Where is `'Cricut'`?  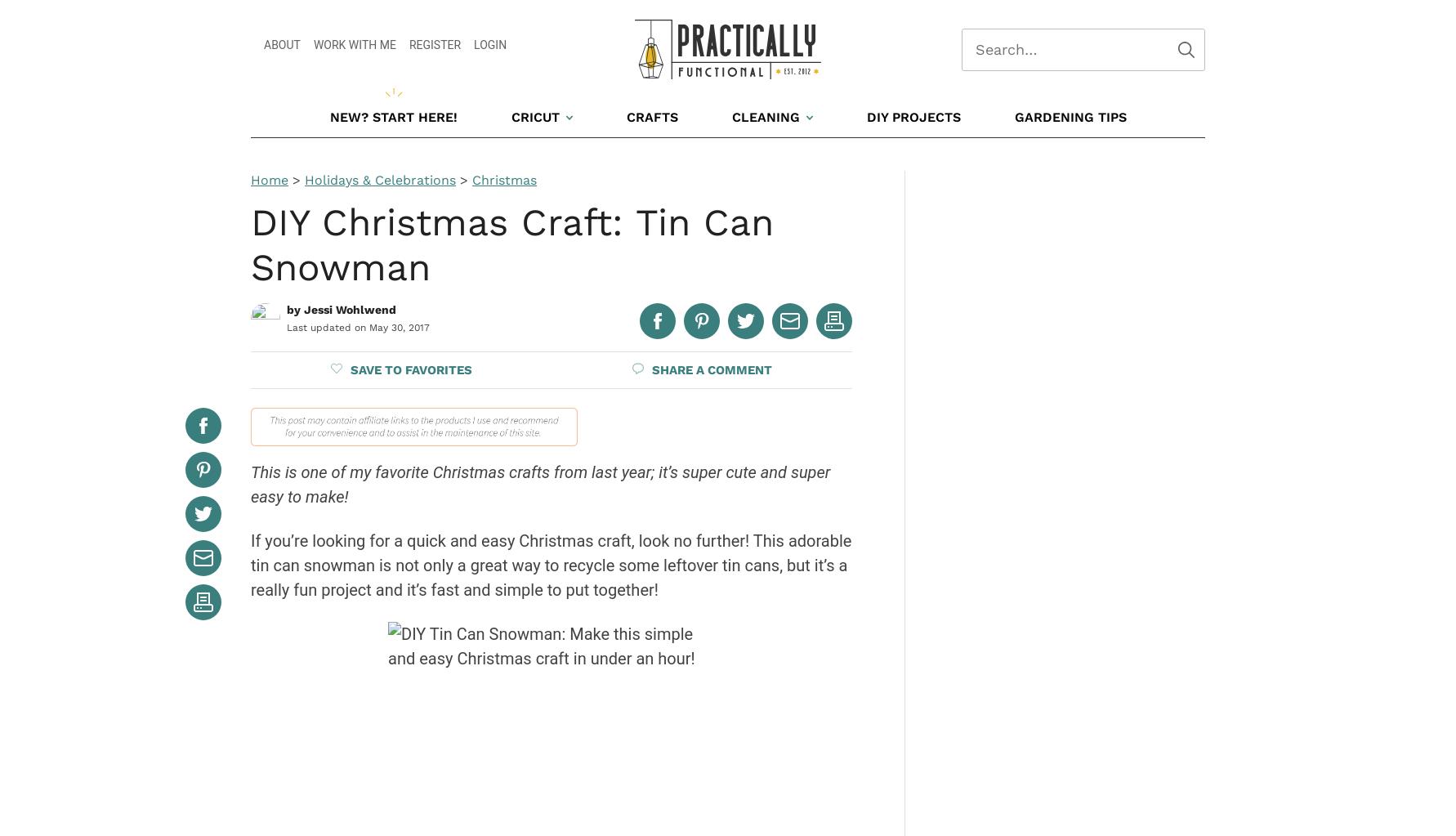
'Cricut' is located at coordinates (534, 116).